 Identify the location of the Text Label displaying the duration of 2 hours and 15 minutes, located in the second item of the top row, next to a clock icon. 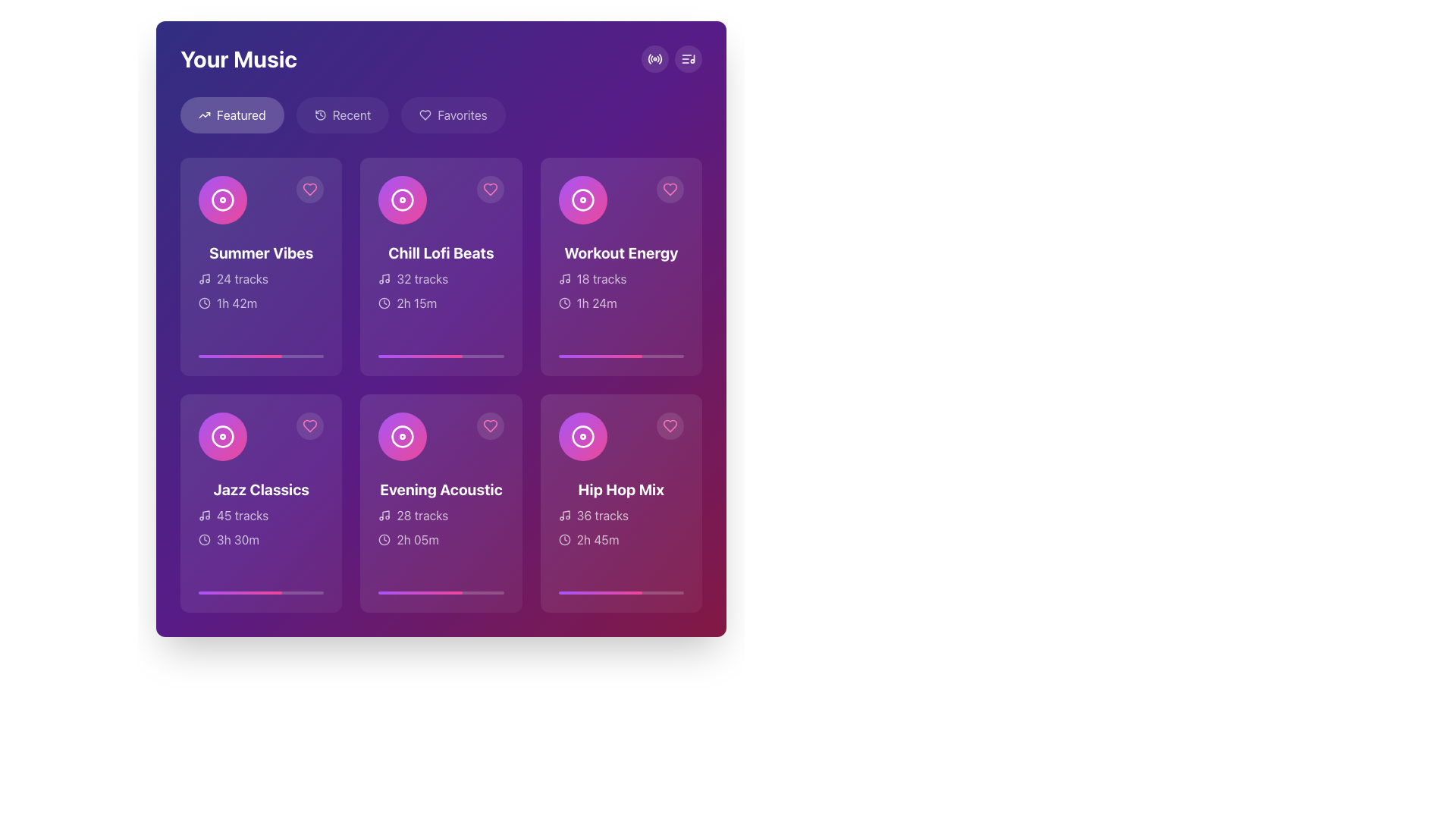
(416, 303).